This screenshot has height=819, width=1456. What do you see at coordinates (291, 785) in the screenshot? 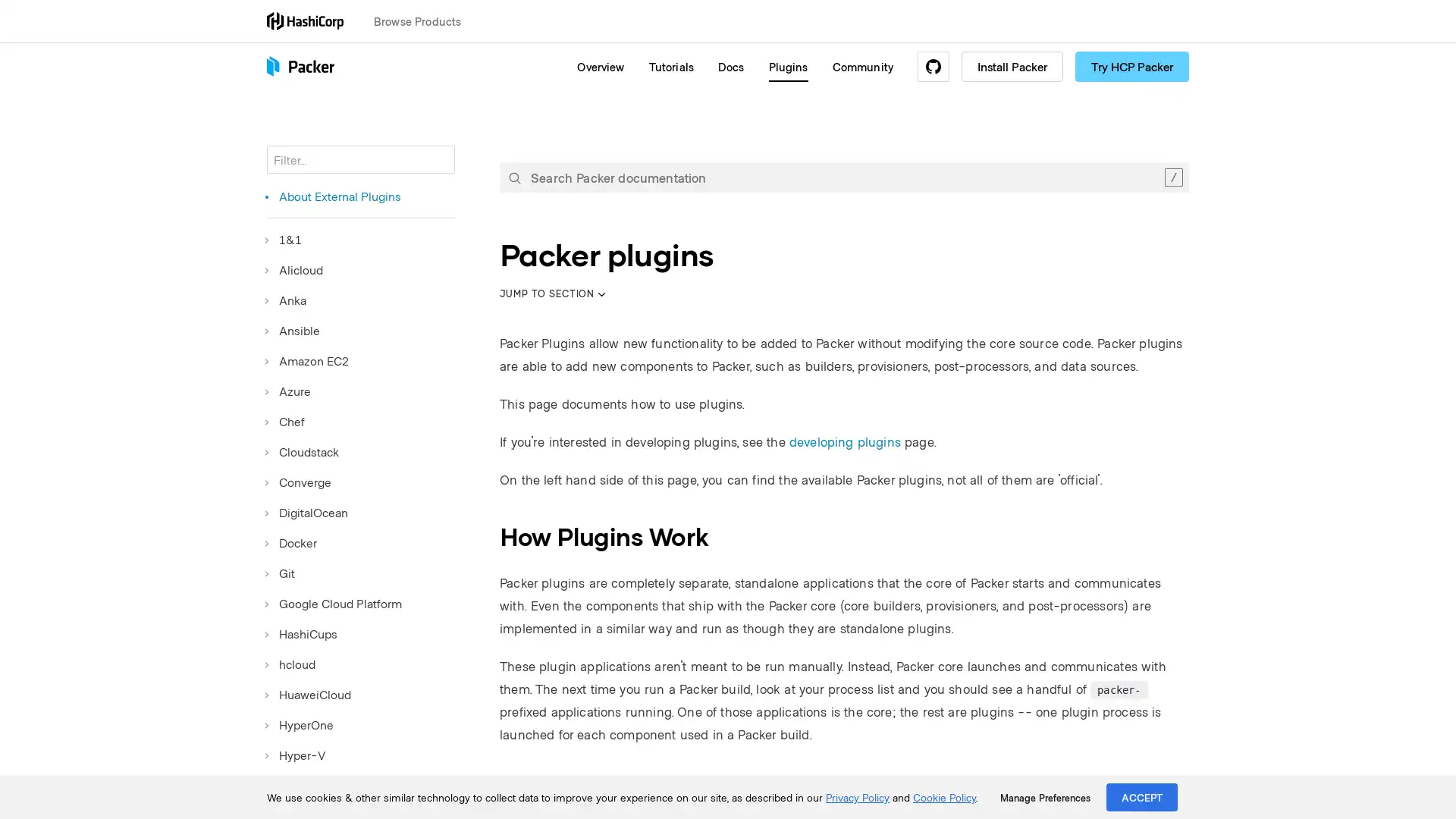
I see `InSpec` at bounding box center [291, 785].